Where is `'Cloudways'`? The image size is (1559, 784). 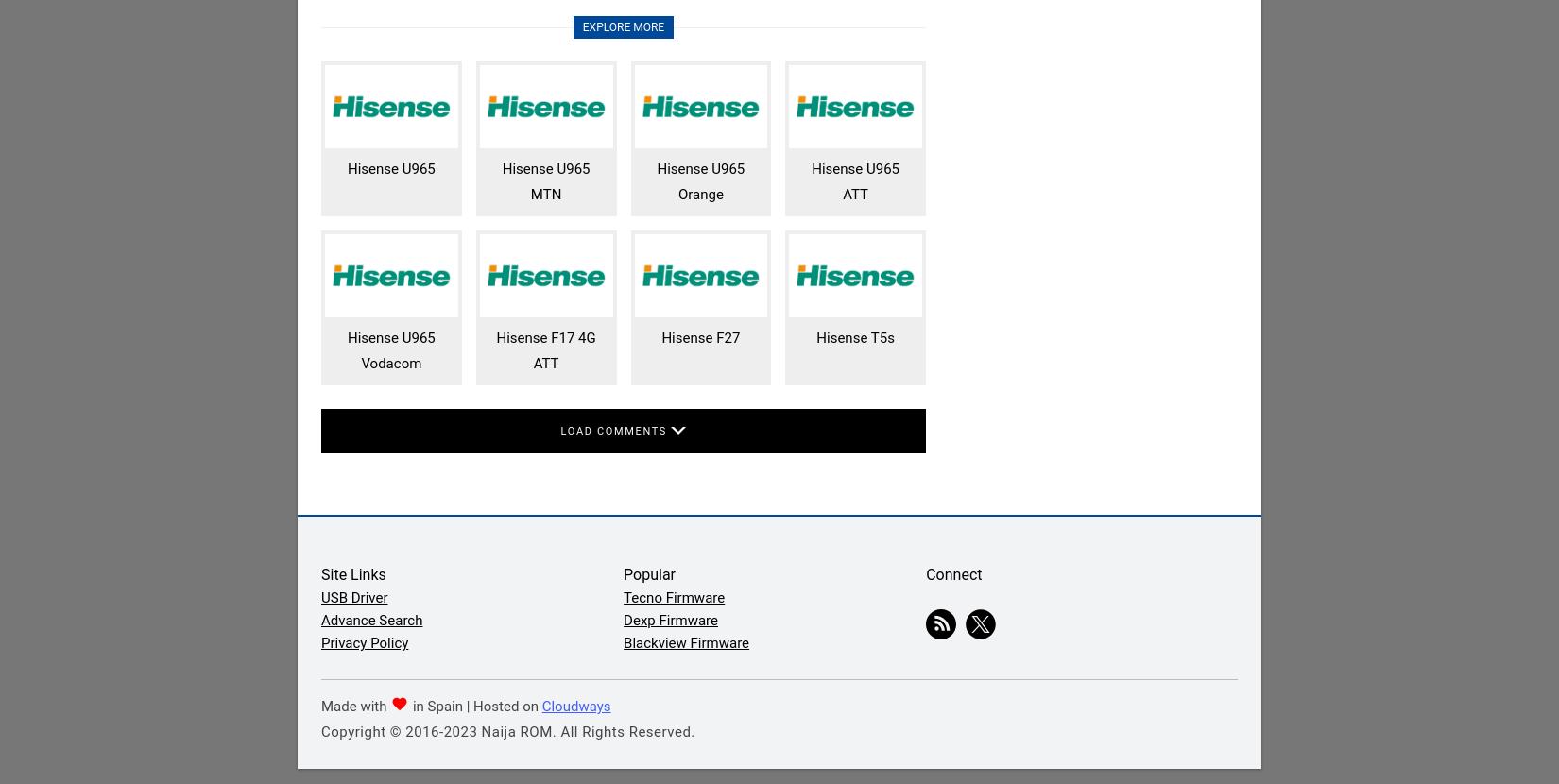 'Cloudways' is located at coordinates (574, 706).